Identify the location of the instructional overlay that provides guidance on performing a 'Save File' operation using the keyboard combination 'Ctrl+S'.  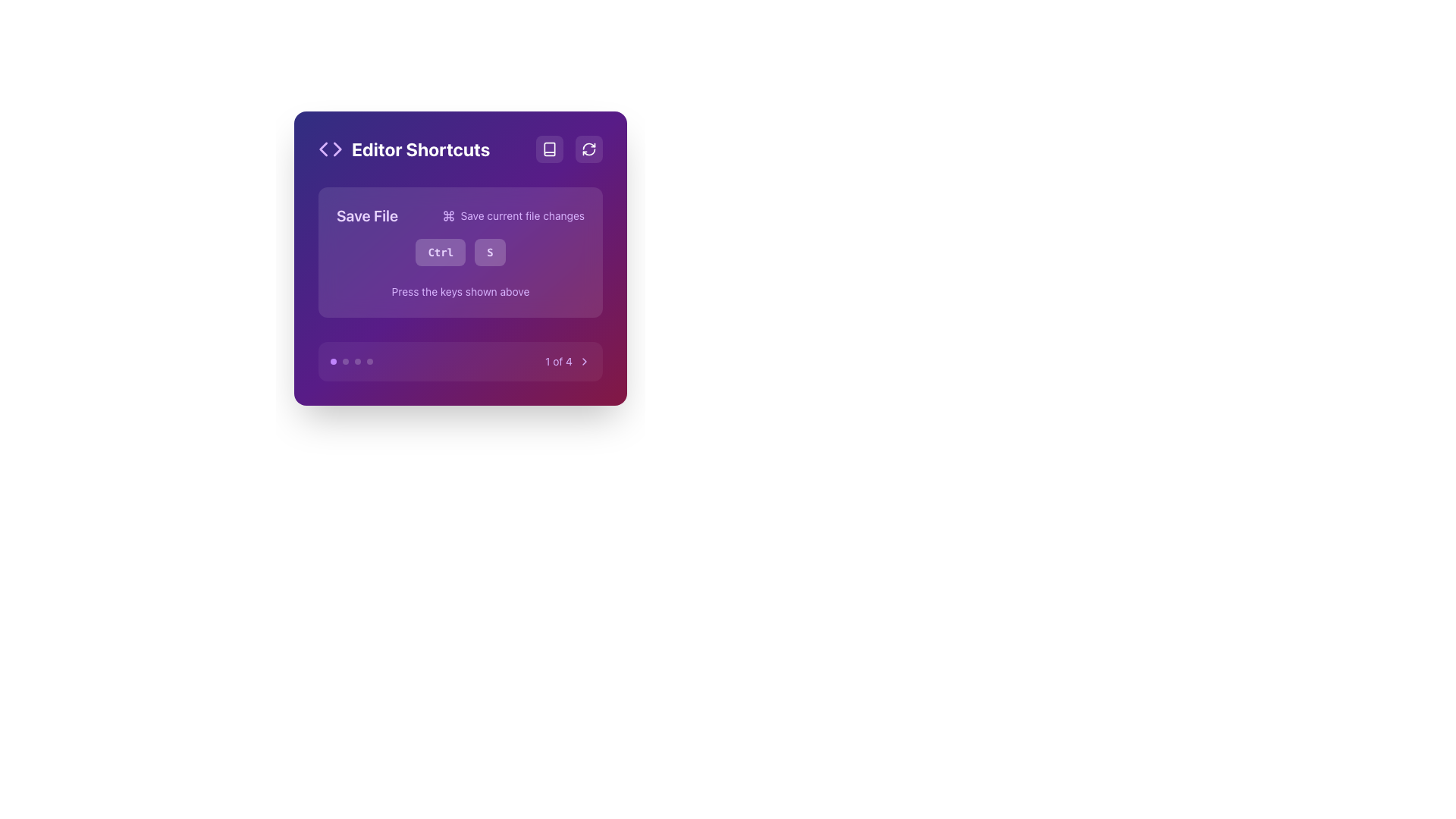
(460, 251).